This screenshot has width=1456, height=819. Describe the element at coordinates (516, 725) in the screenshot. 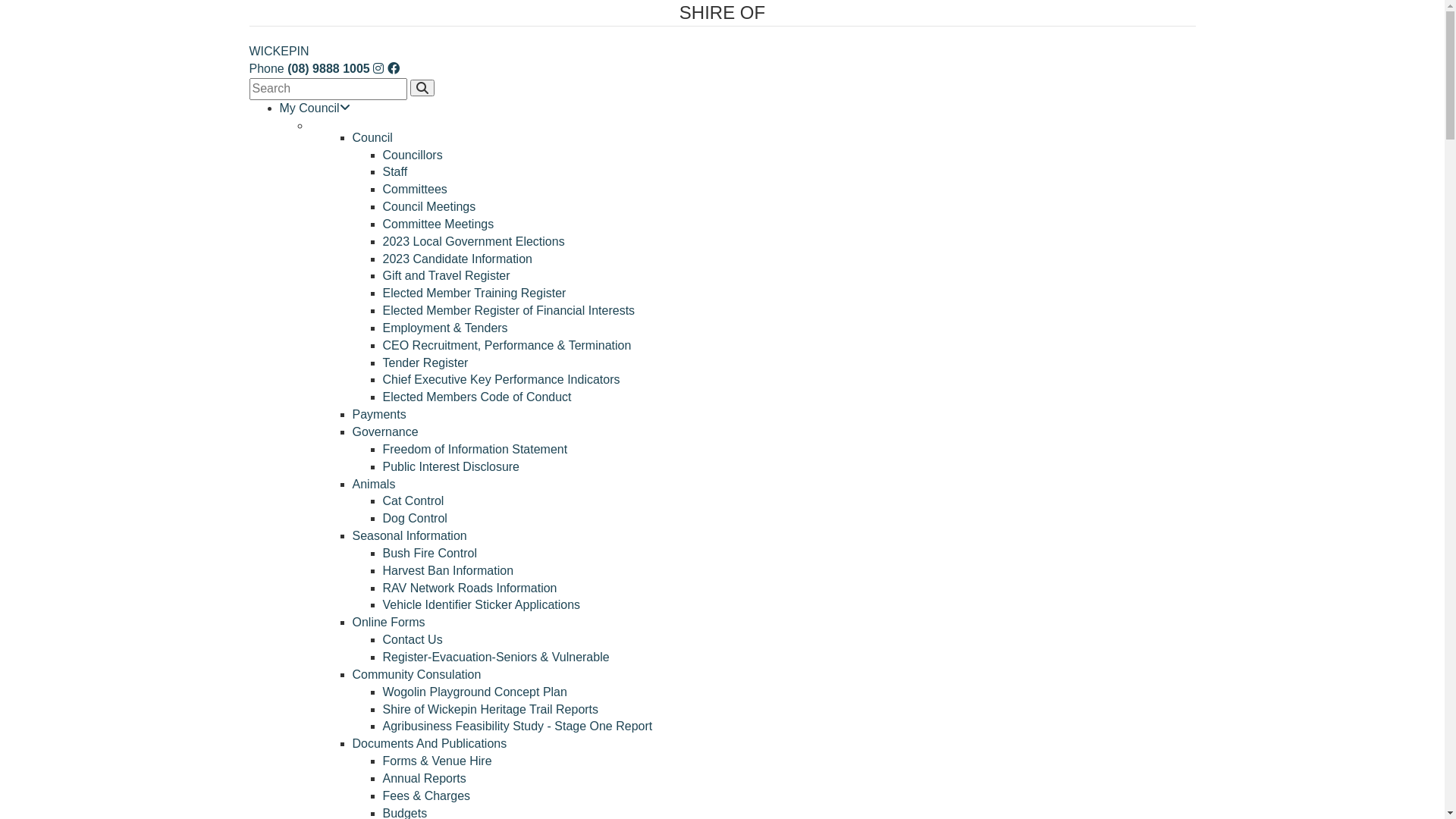

I see `'Agribusiness Feasibility Study - Stage One Report'` at that location.